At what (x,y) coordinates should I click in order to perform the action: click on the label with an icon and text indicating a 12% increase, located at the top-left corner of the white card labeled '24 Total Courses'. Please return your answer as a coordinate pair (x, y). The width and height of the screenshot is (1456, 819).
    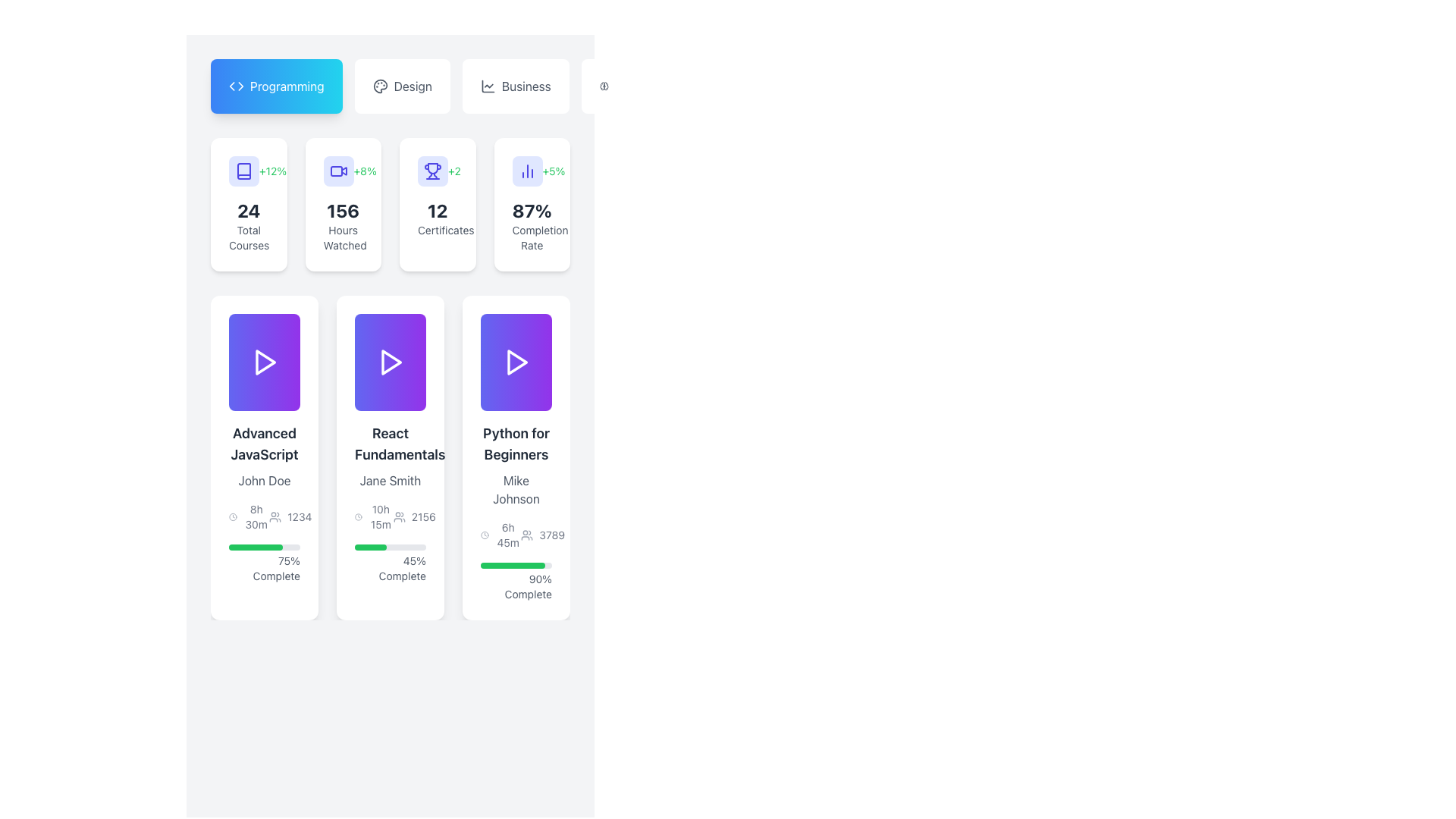
    Looking at the image, I should click on (249, 171).